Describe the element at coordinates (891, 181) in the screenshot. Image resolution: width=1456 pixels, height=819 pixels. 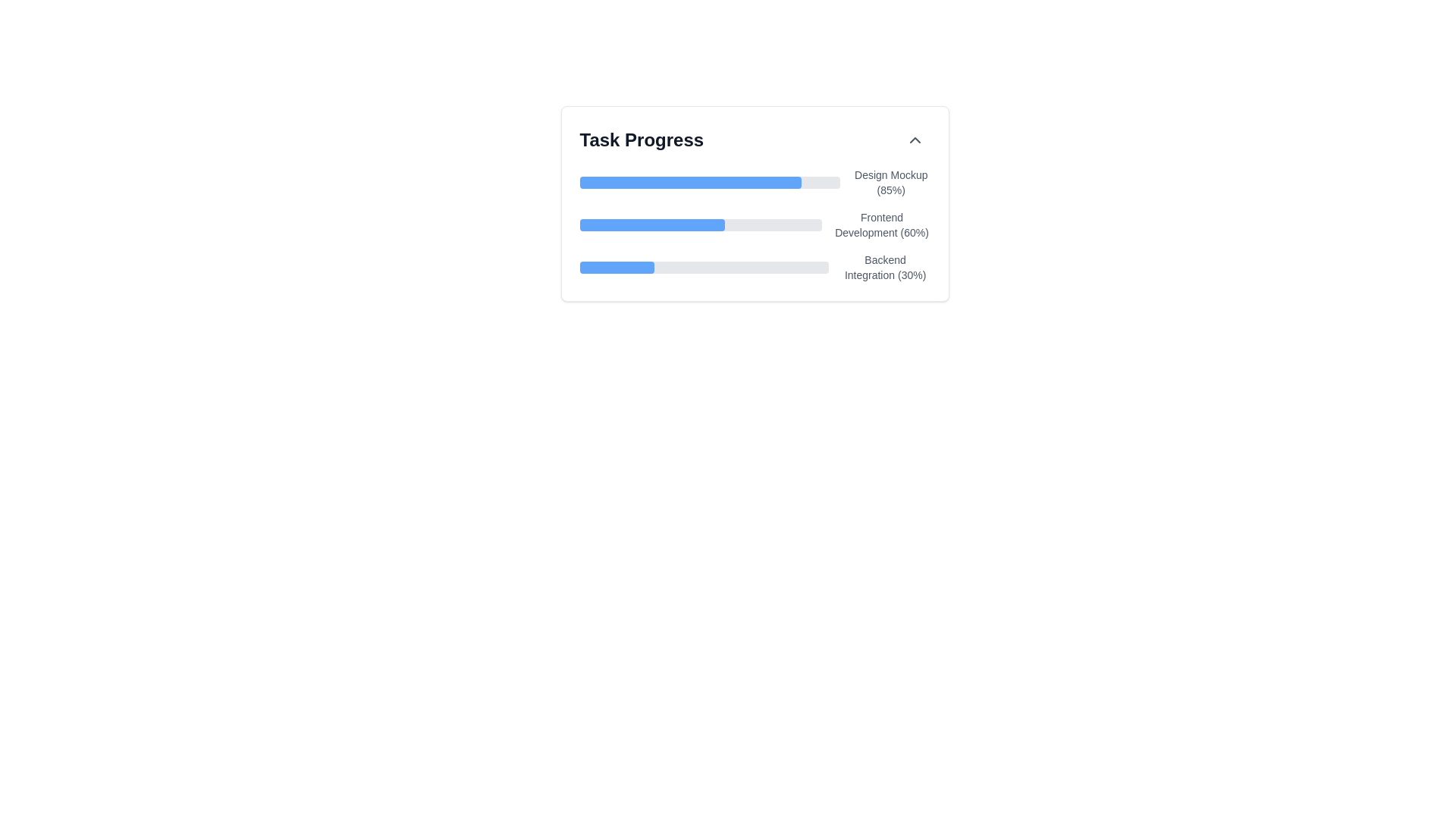
I see `the text element providing information about the 'Design Mockup' task progress, which indicates an 85% completion level and is located on the right side of the progress bar` at that location.